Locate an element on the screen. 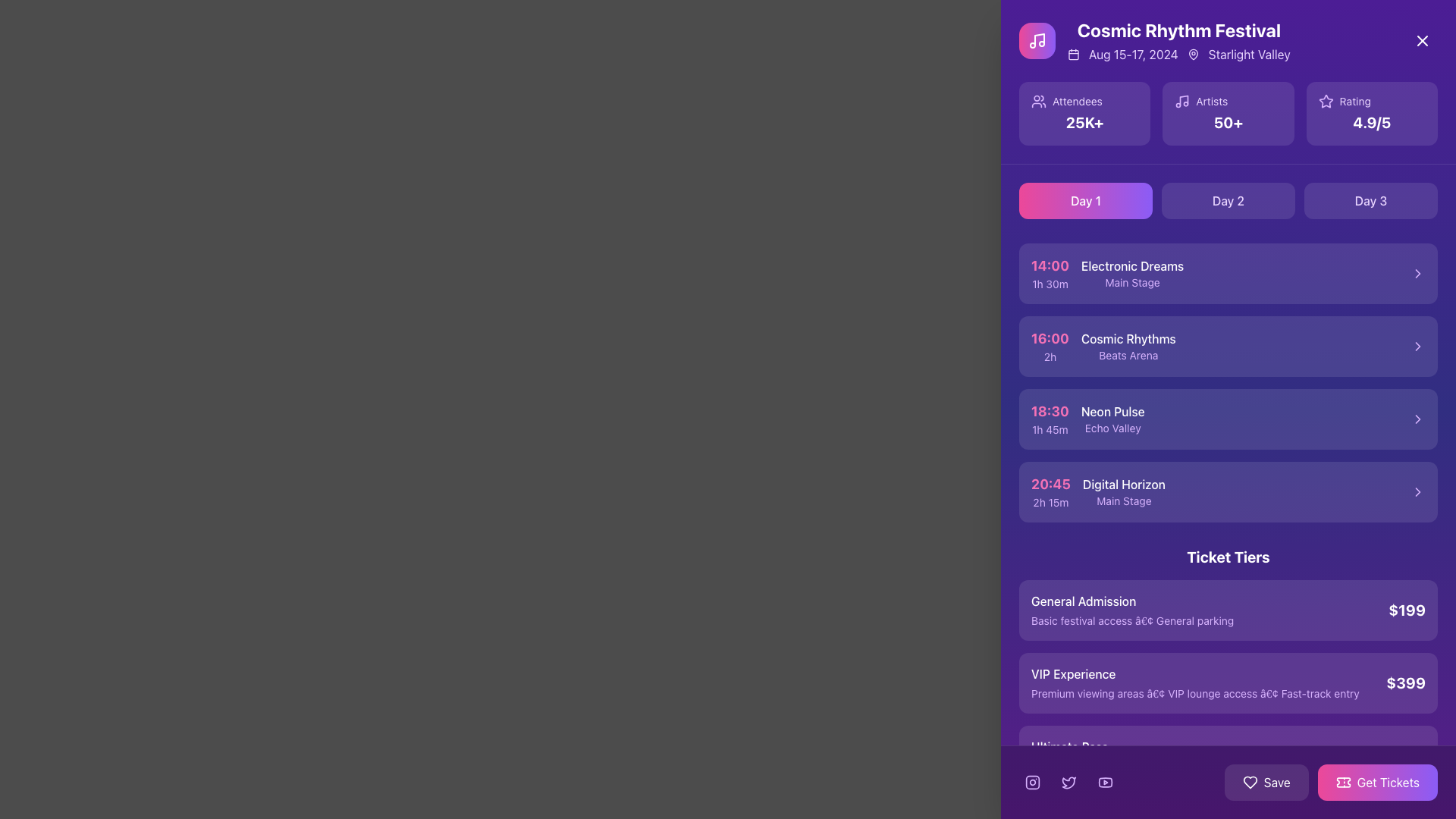 The width and height of the screenshot is (1456, 819). the 'VIP Experience' ticket tier price label, which displays the cost of $199, positioned to the far-right within its section is located at coordinates (1405, 682).